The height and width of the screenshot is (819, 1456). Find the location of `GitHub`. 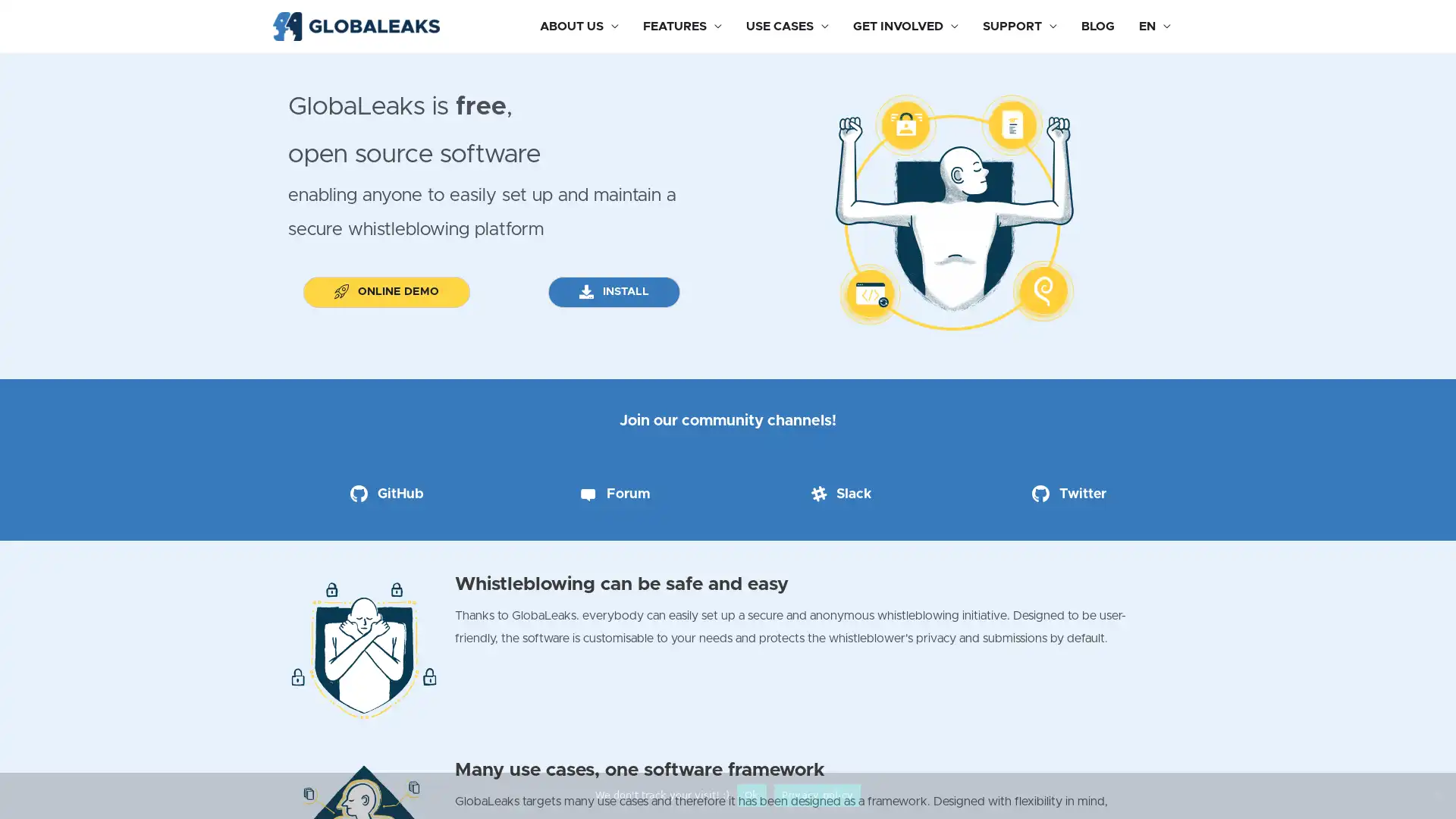

GitHub is located at coordinates (386, 494).